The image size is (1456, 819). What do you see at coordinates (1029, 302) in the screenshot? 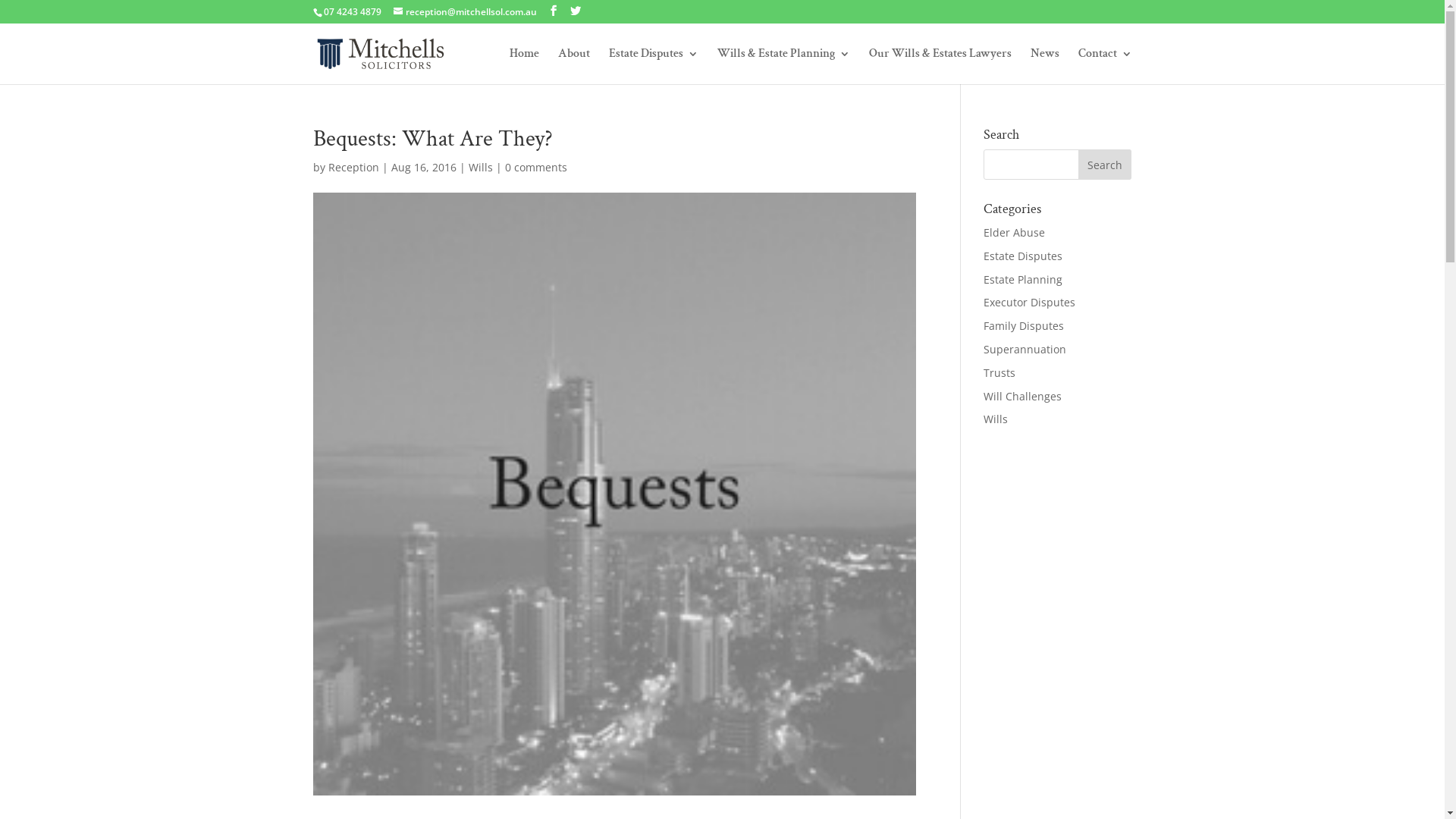
I see `'Executor Disputes'` at bounding box center [1029, 302].